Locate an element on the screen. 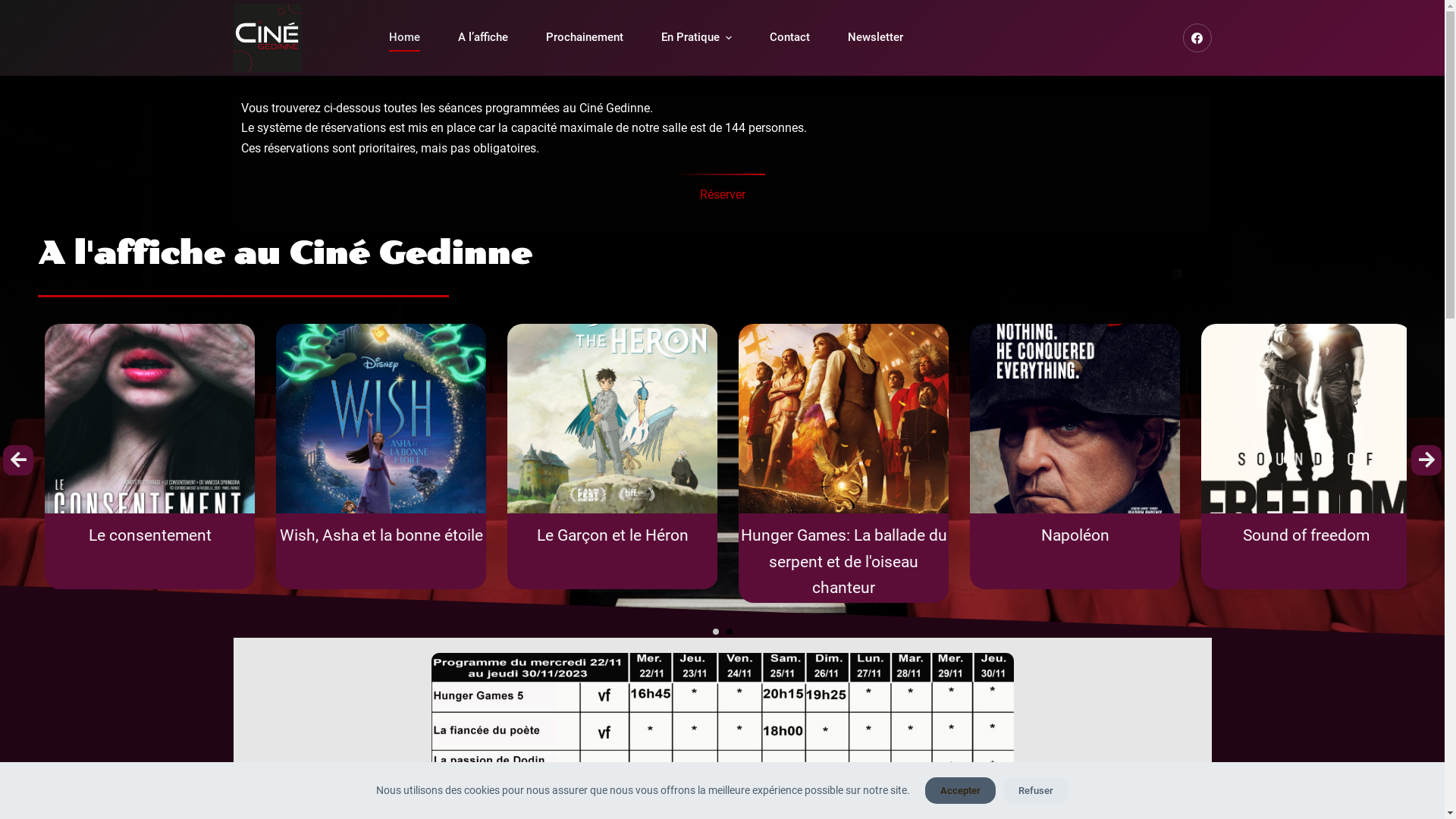  'previous item' is located at coordinates (3, 459).